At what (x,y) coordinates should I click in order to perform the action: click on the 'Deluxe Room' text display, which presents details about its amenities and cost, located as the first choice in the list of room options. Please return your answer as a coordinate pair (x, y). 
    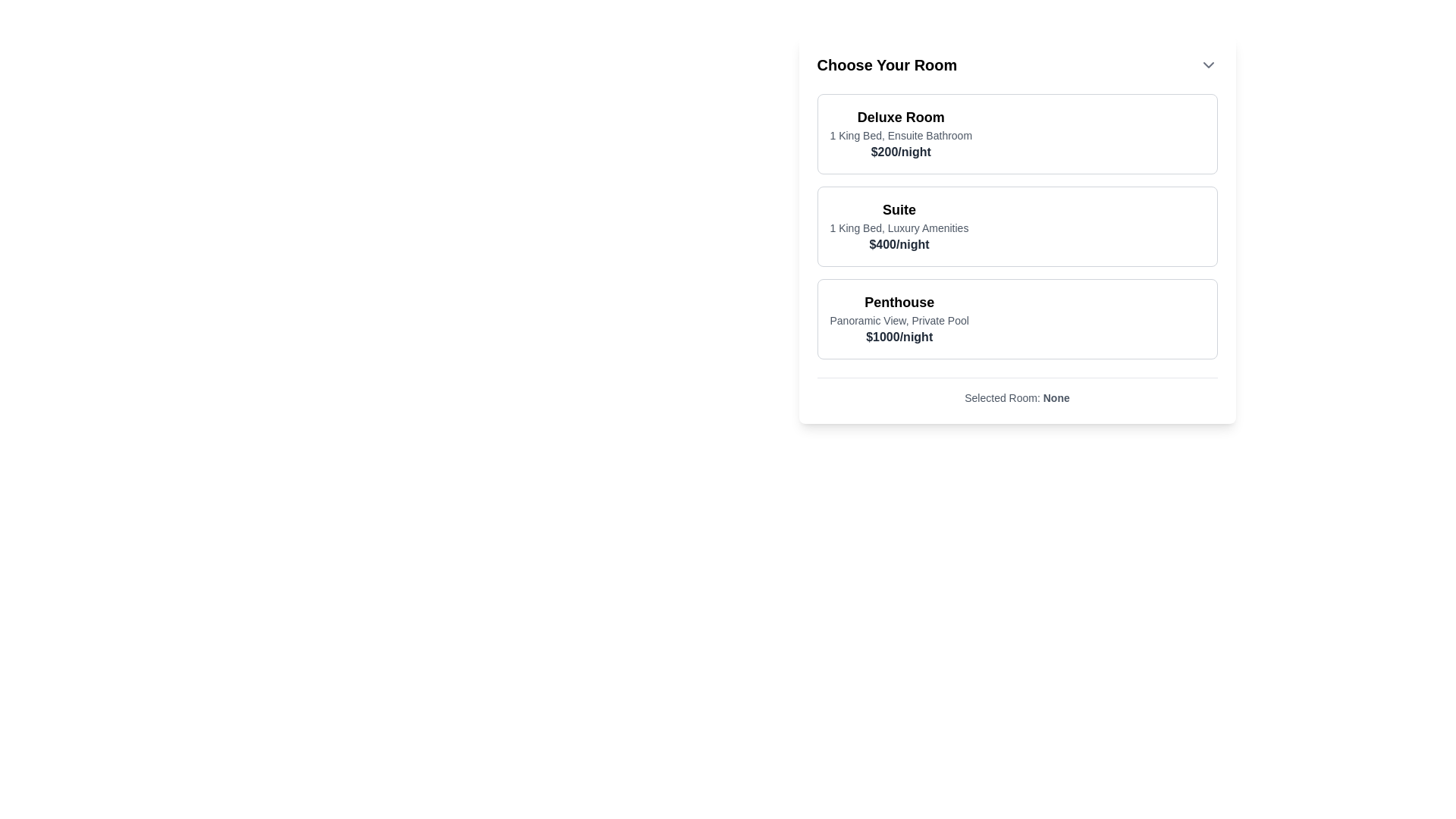
    Looking at the image, I should click on (901, 133).